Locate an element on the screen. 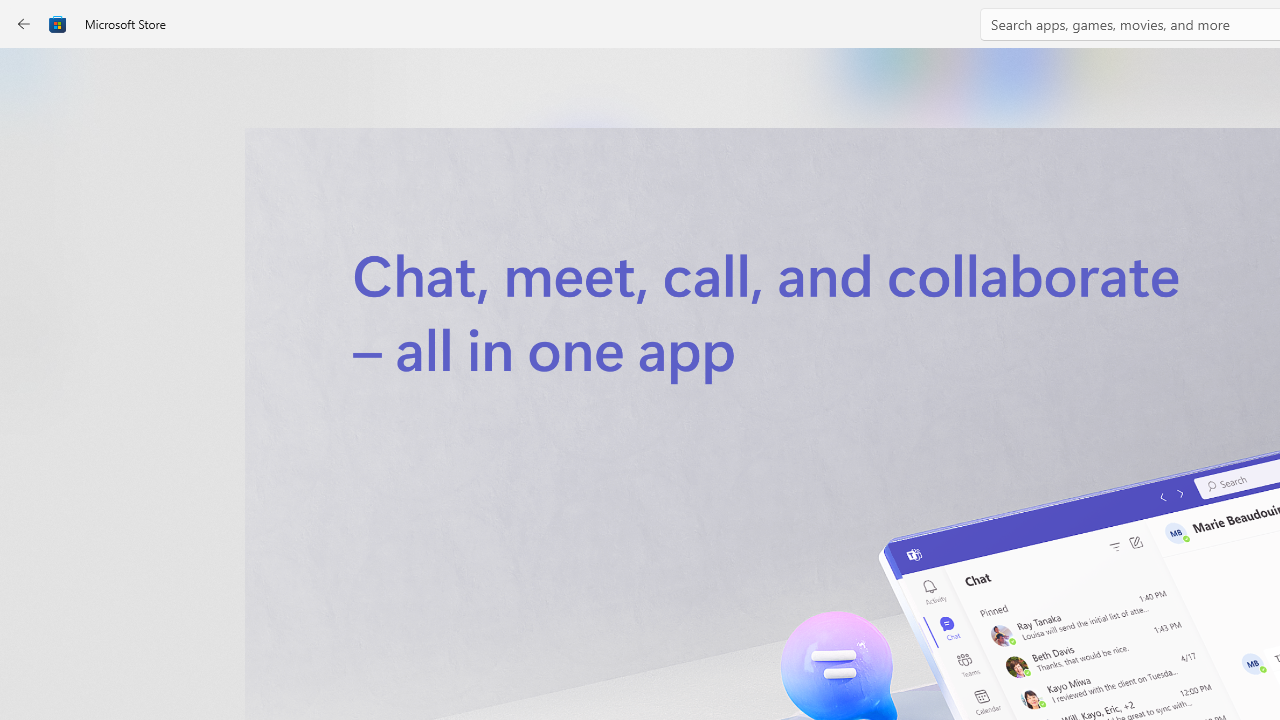 The image size is (1280, 720). 'Back' is located at coordinates (24, 24).